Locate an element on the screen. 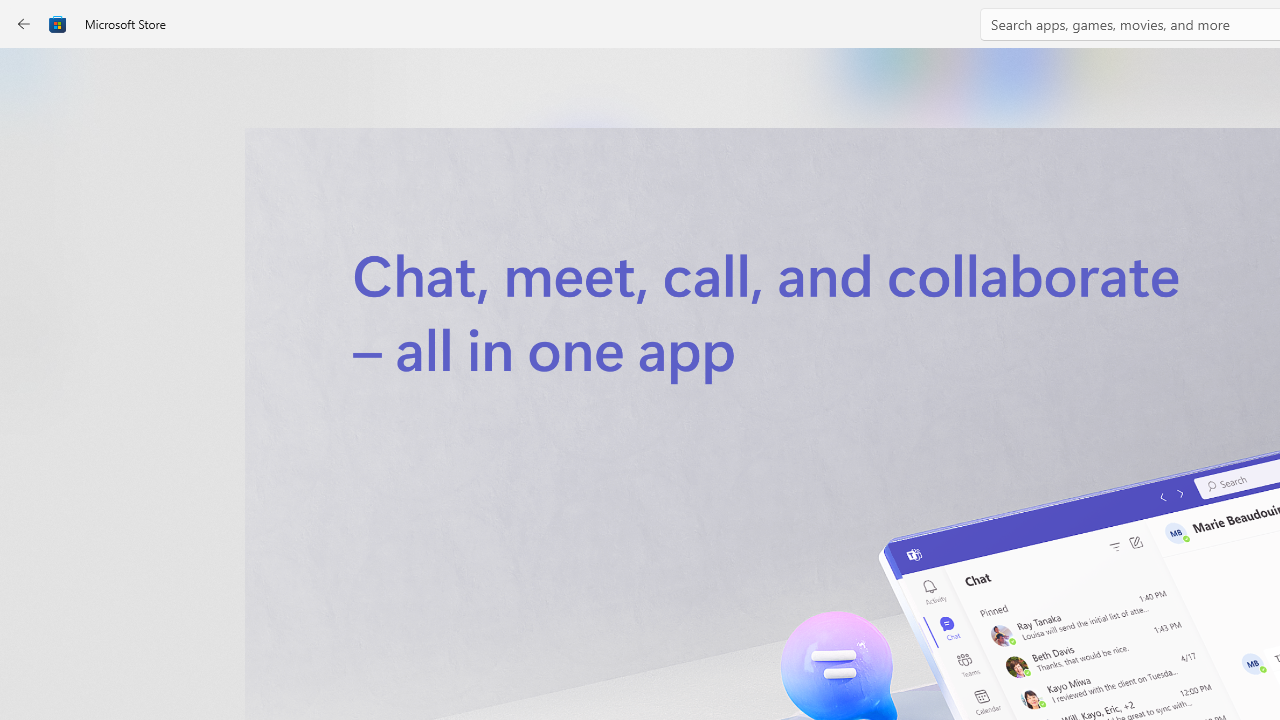 The image size is (1280, 720). 'Back' is located at coordinates (24, 24).